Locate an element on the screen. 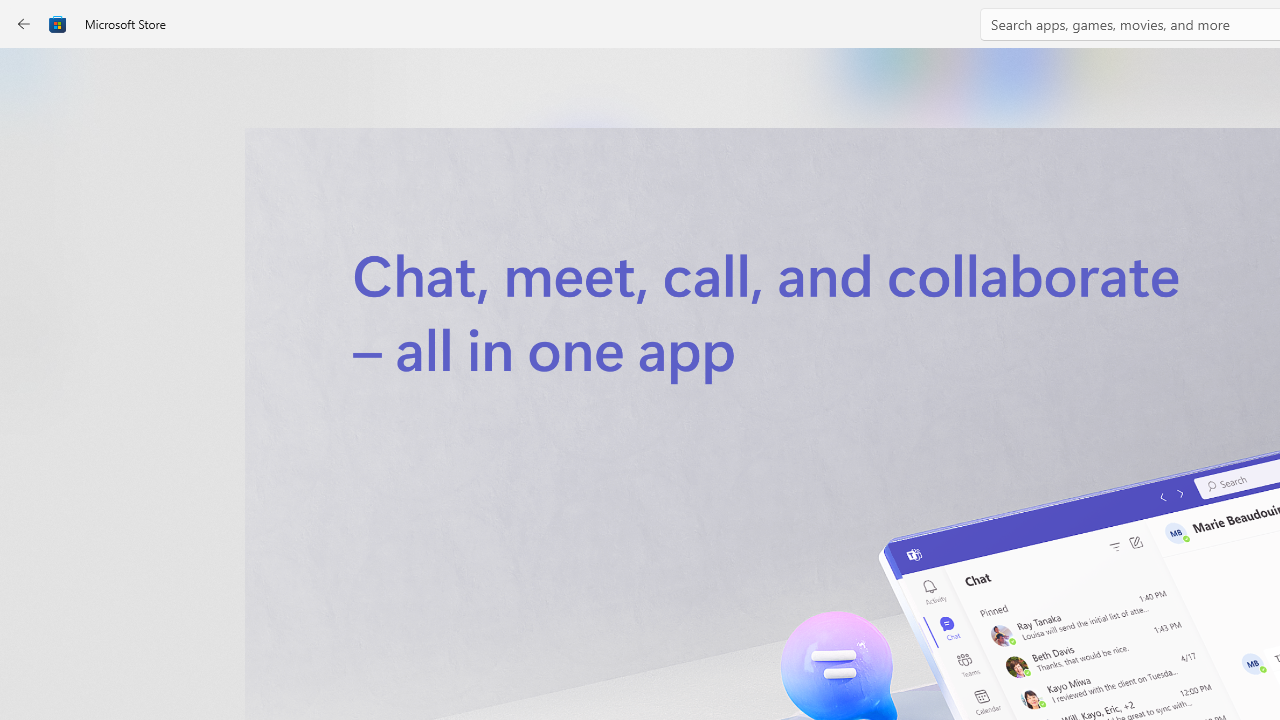 The image size is (1280, 720). 'Back' is located at coordinates (24, 24).